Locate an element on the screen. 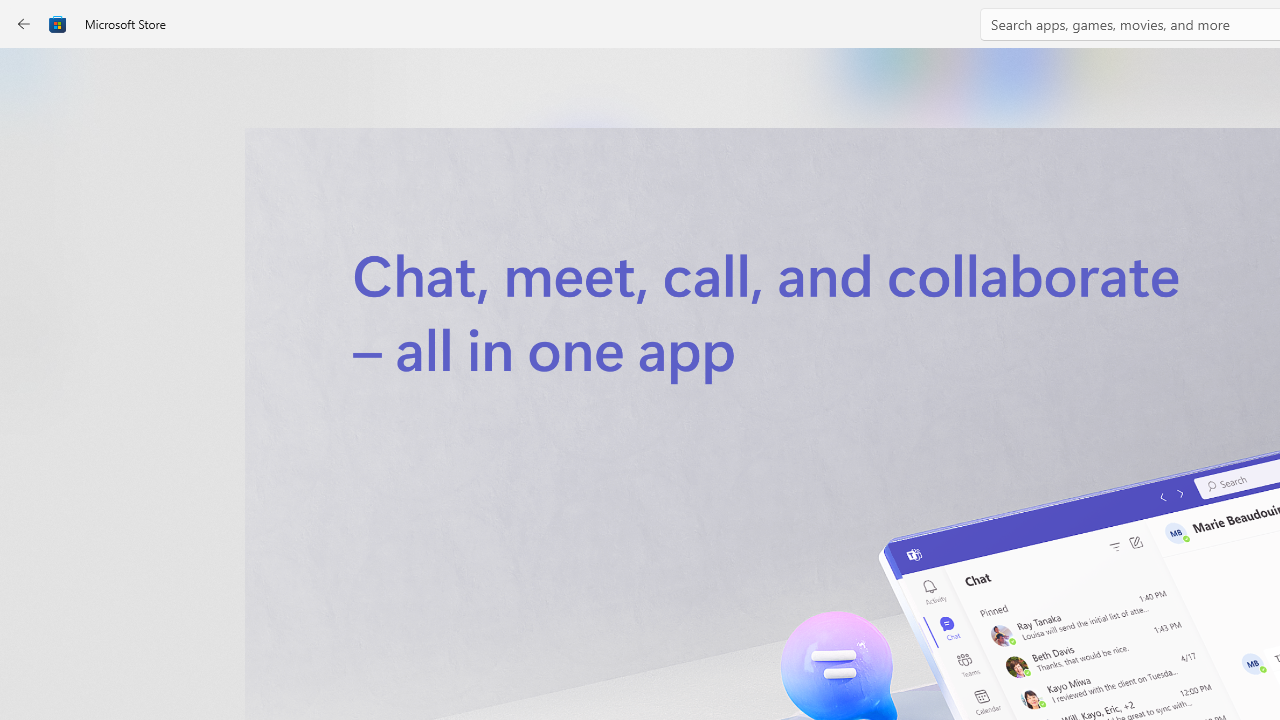 The image size is (1280, 720). 'Back' is located at coordinates (24, 24).